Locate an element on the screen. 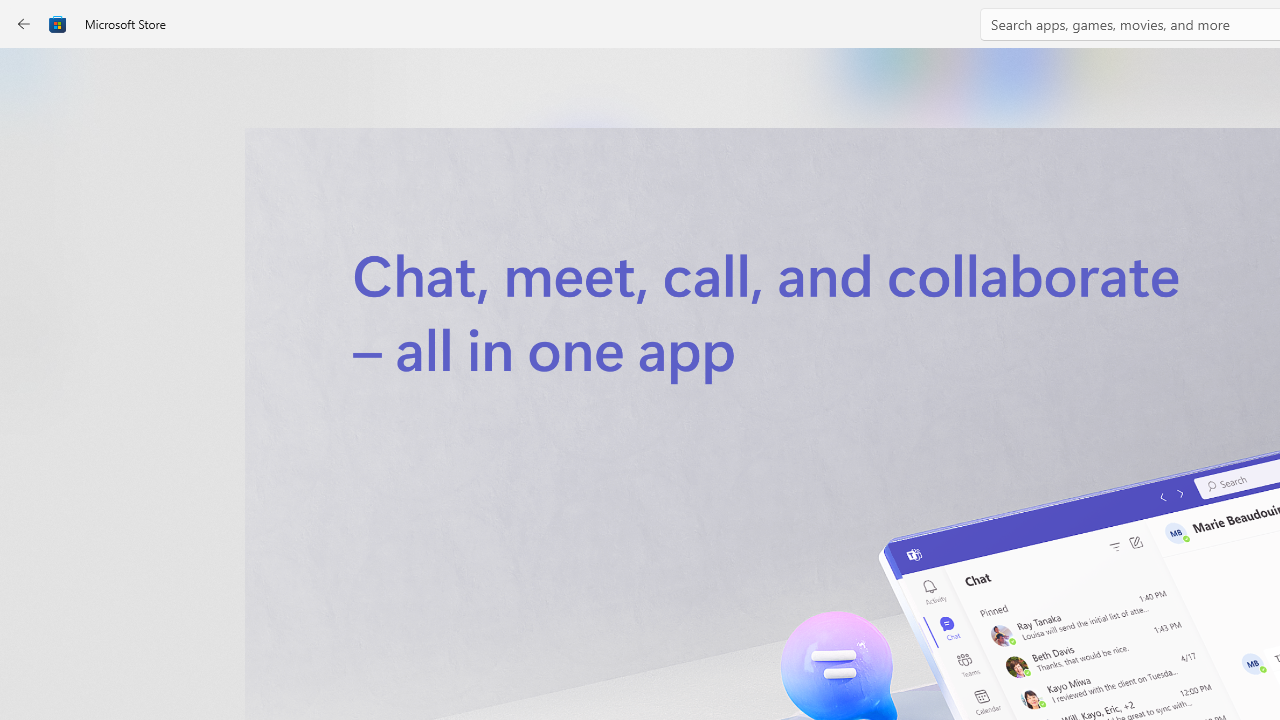 The image size is (1280, 720). 'Back' is located at coordinates (24, 24).